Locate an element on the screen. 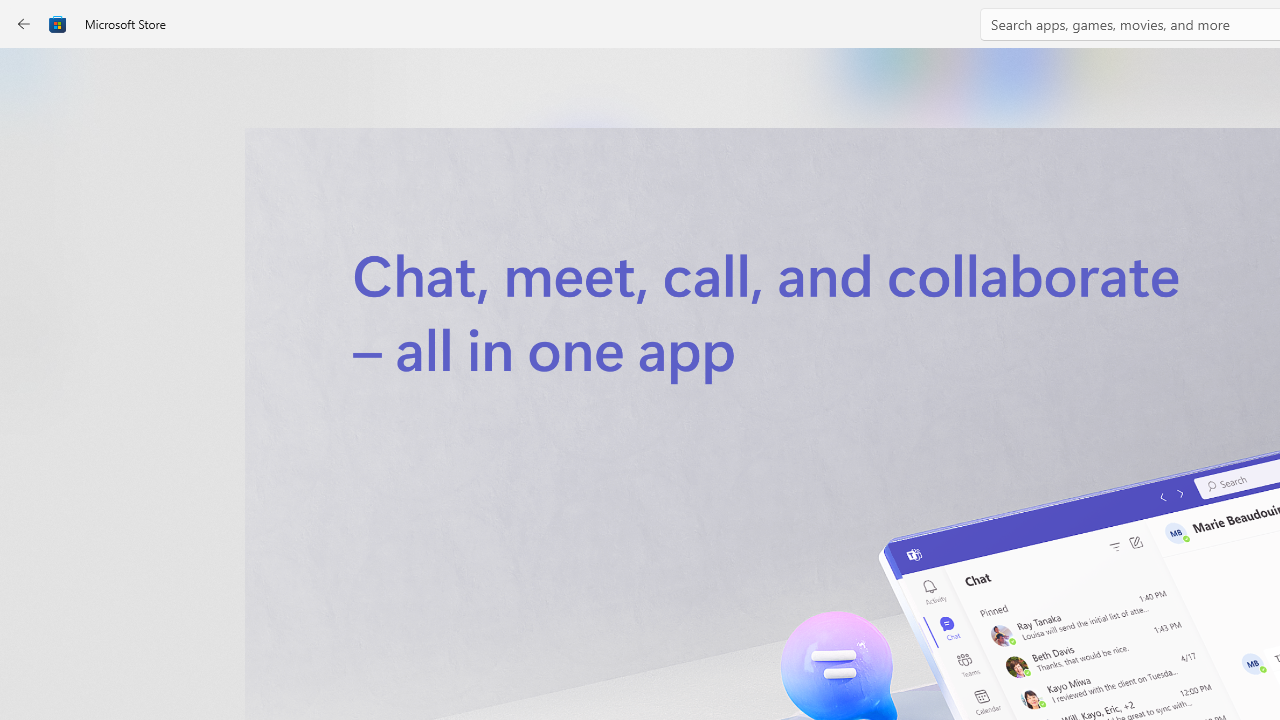 The image size is (1280, 720). 'Back' is located at coordinates (24, 24).